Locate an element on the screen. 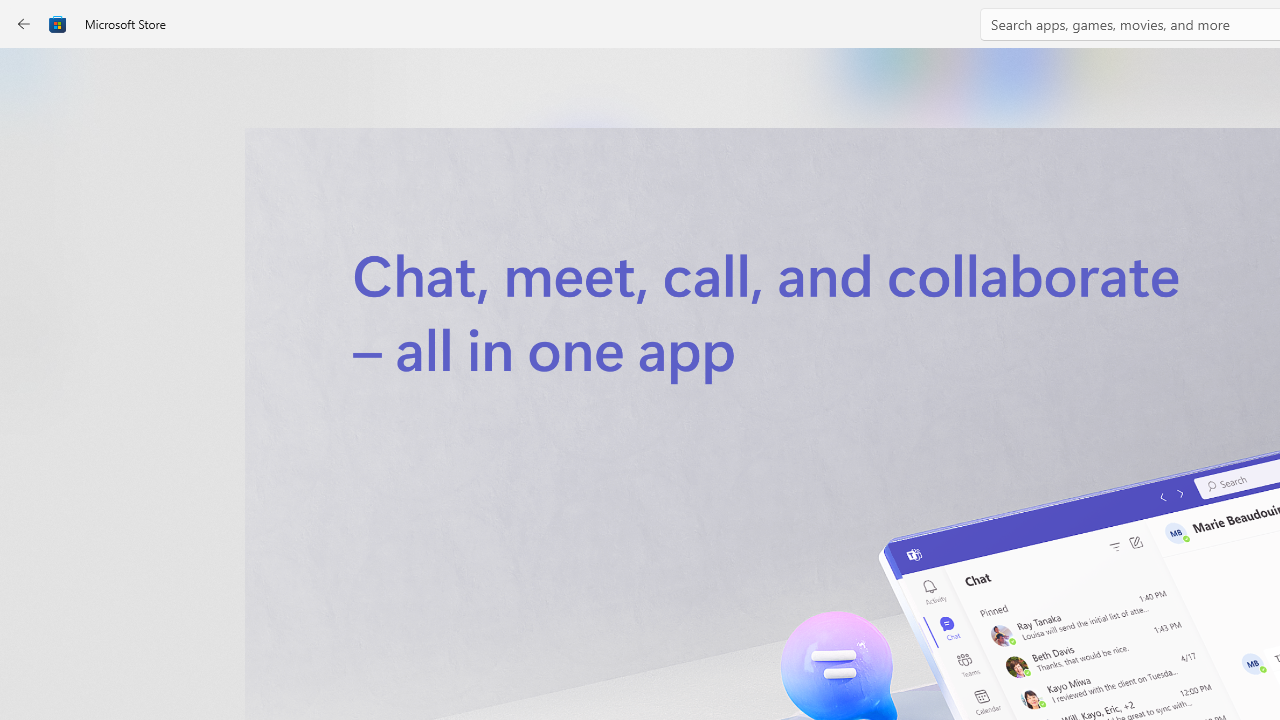 The image size is (1280, 720). 'Back' is located at coordinates (24, 24).